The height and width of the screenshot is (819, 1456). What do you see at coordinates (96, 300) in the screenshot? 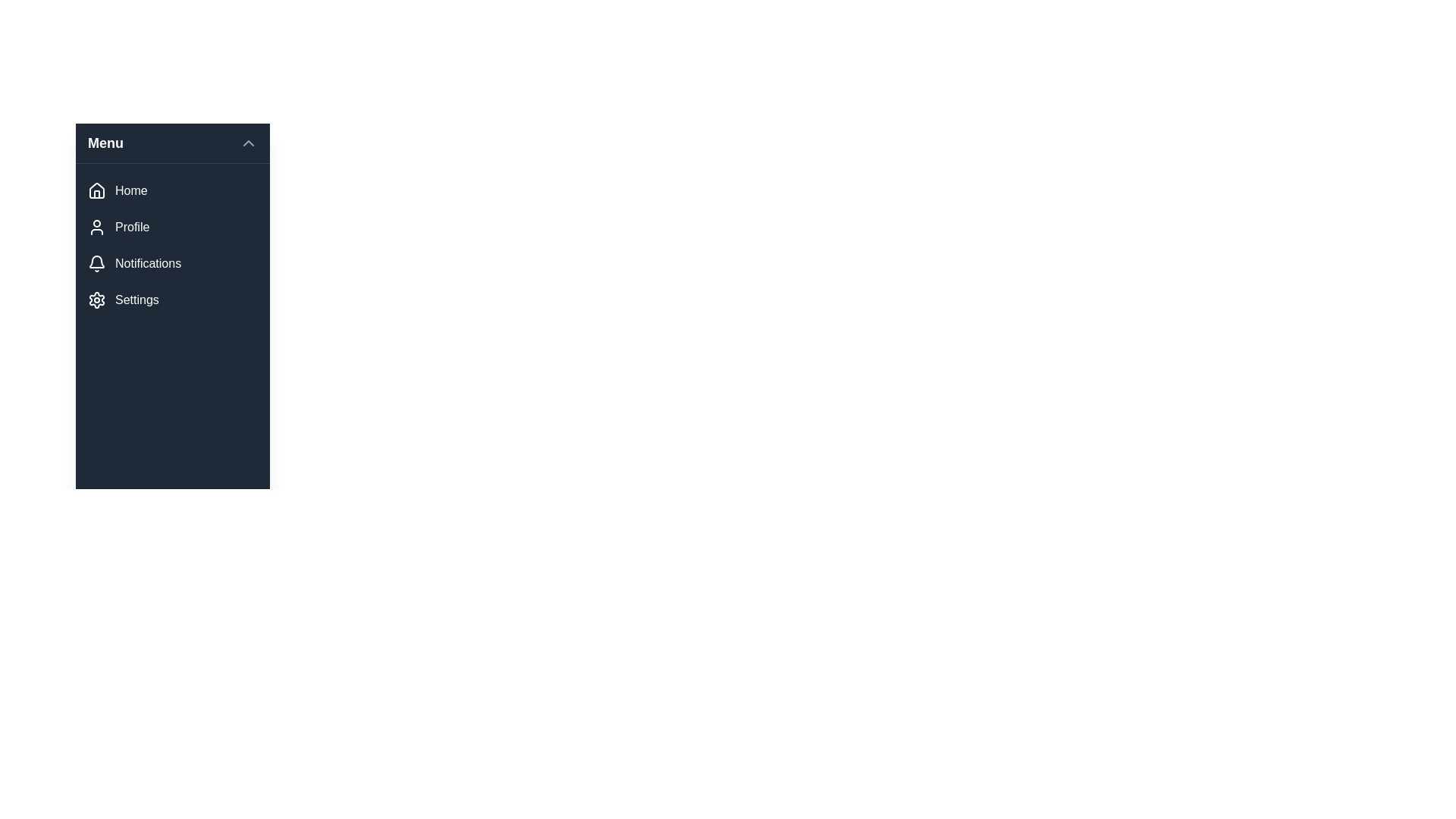
I see `the gear-shaped icon located near the bottom of the vertical navigation menu` at bounding box center [96, 300].